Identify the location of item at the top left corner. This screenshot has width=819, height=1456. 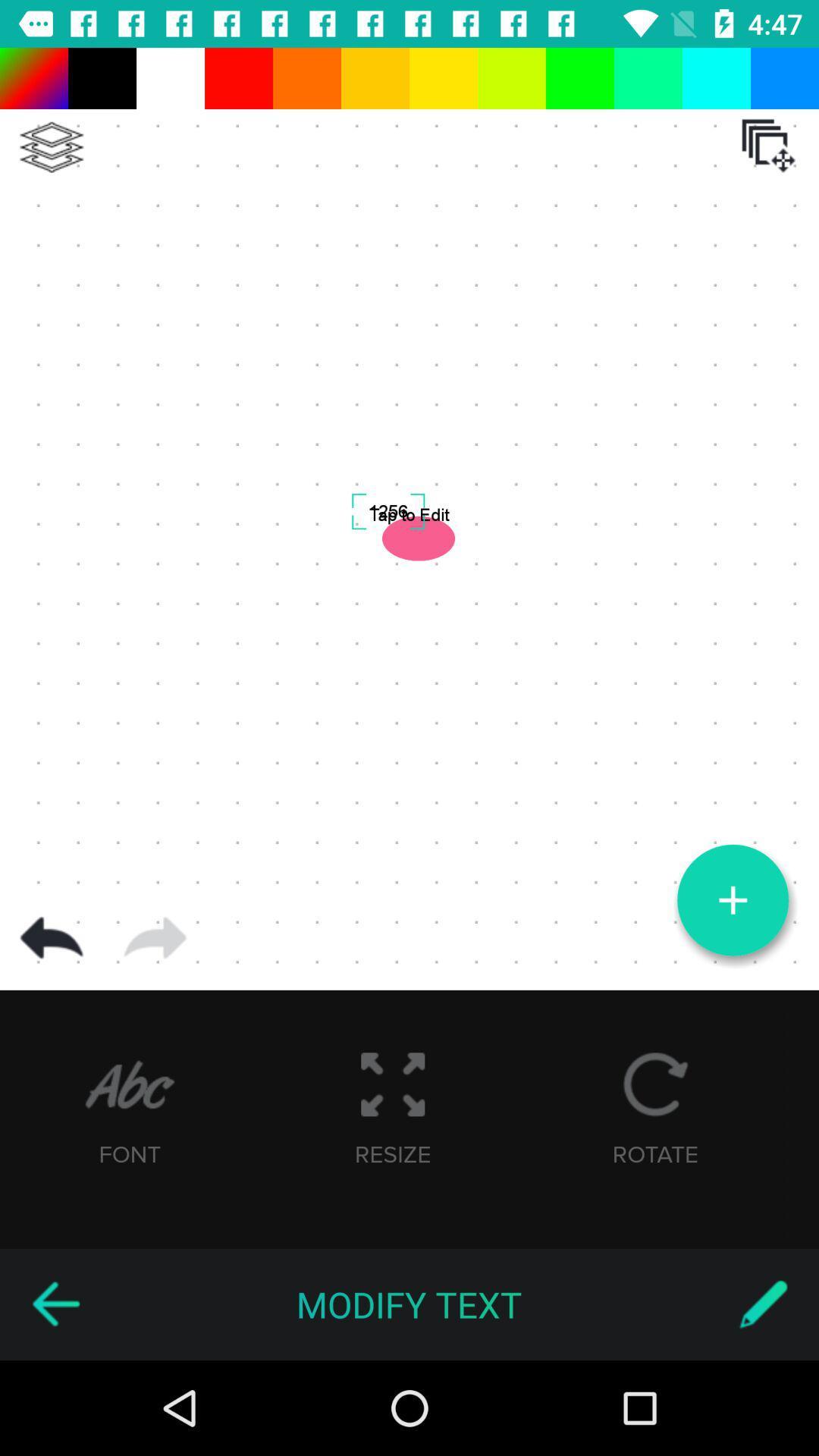
(51, 147).